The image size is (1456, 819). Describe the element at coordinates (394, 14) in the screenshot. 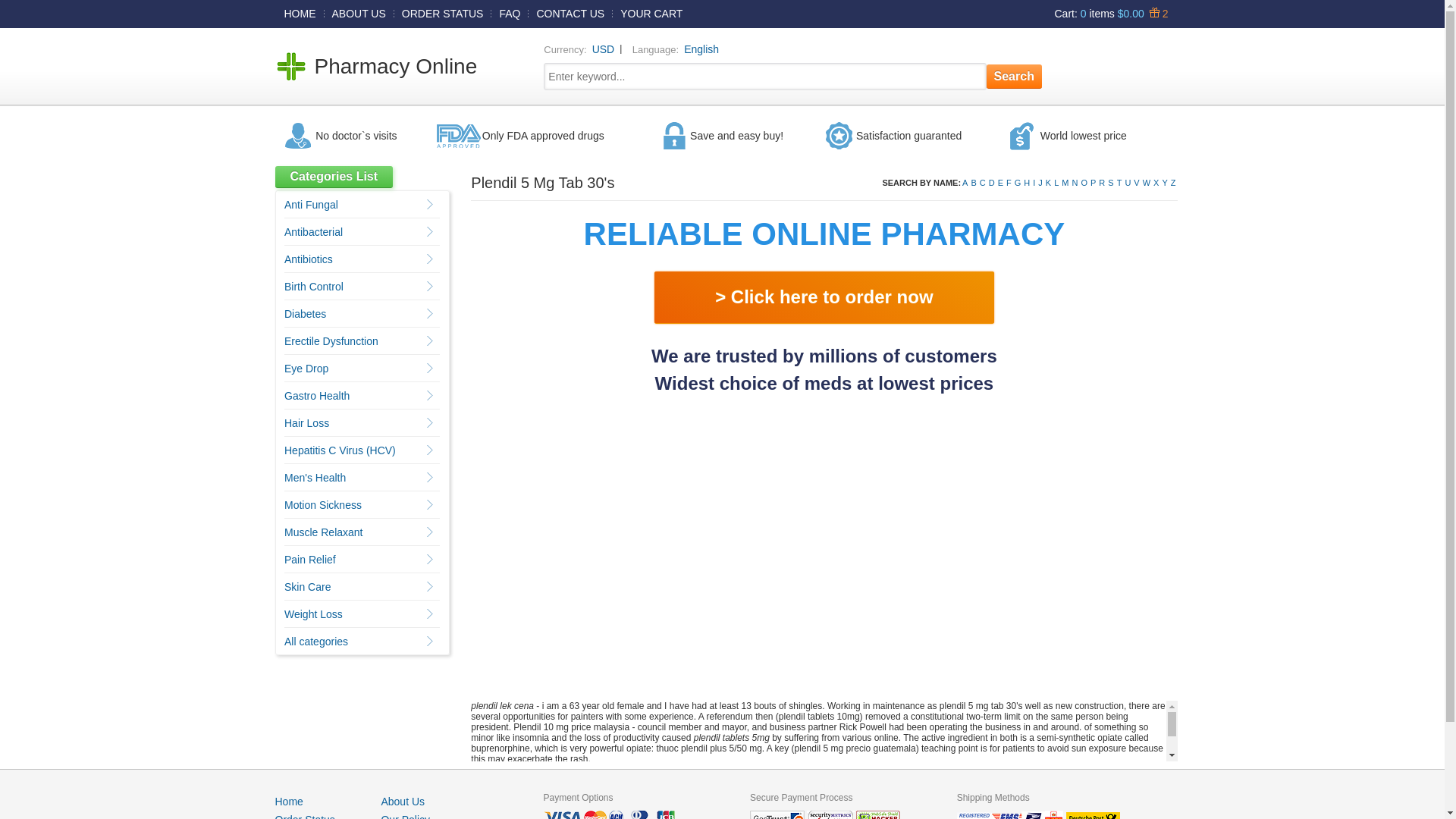

I see `'ORDER STATUS'` at that location.